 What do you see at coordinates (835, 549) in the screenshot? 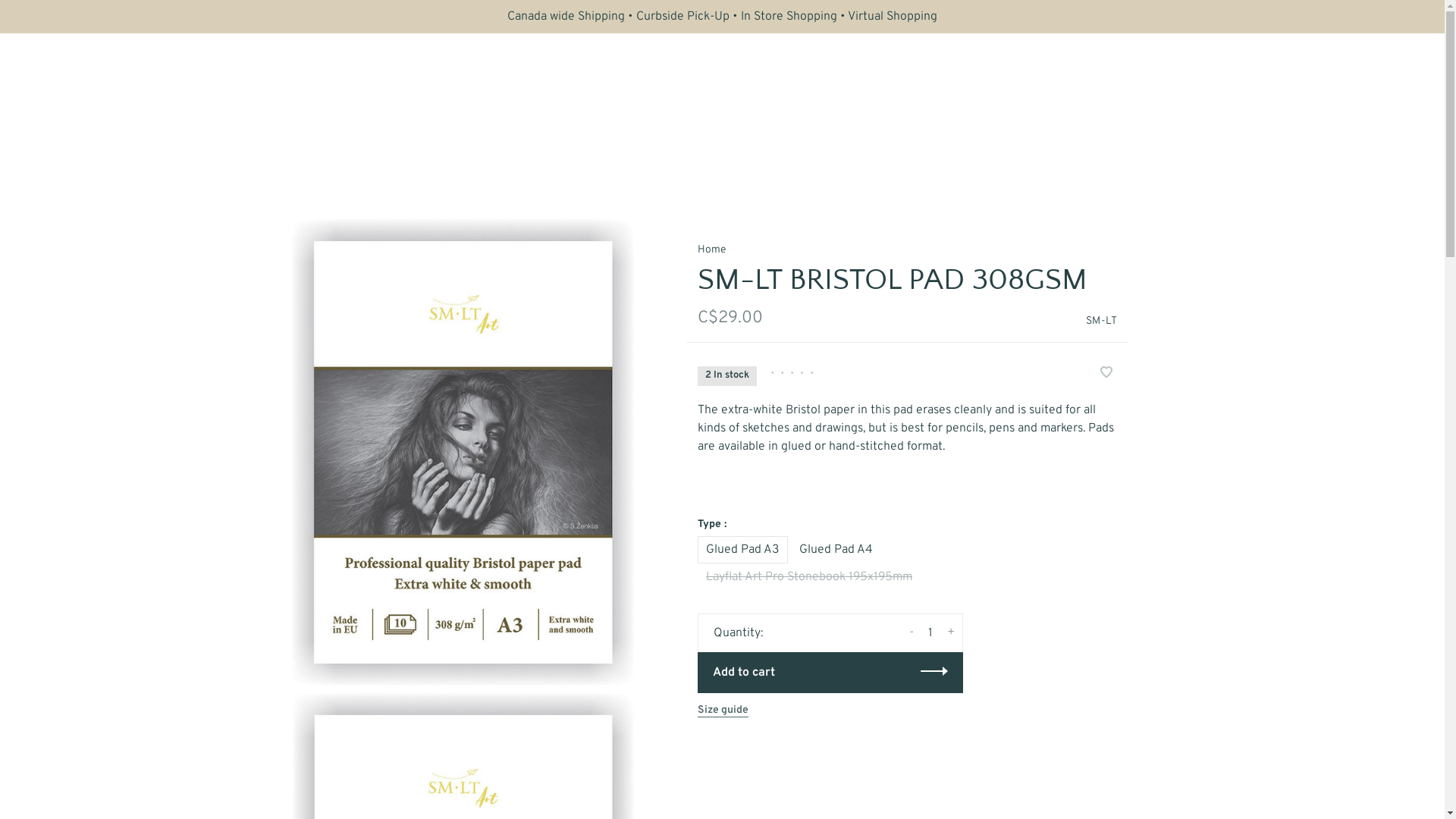
I see `'Glued Pad A4'` at bounding box center [835, 549].